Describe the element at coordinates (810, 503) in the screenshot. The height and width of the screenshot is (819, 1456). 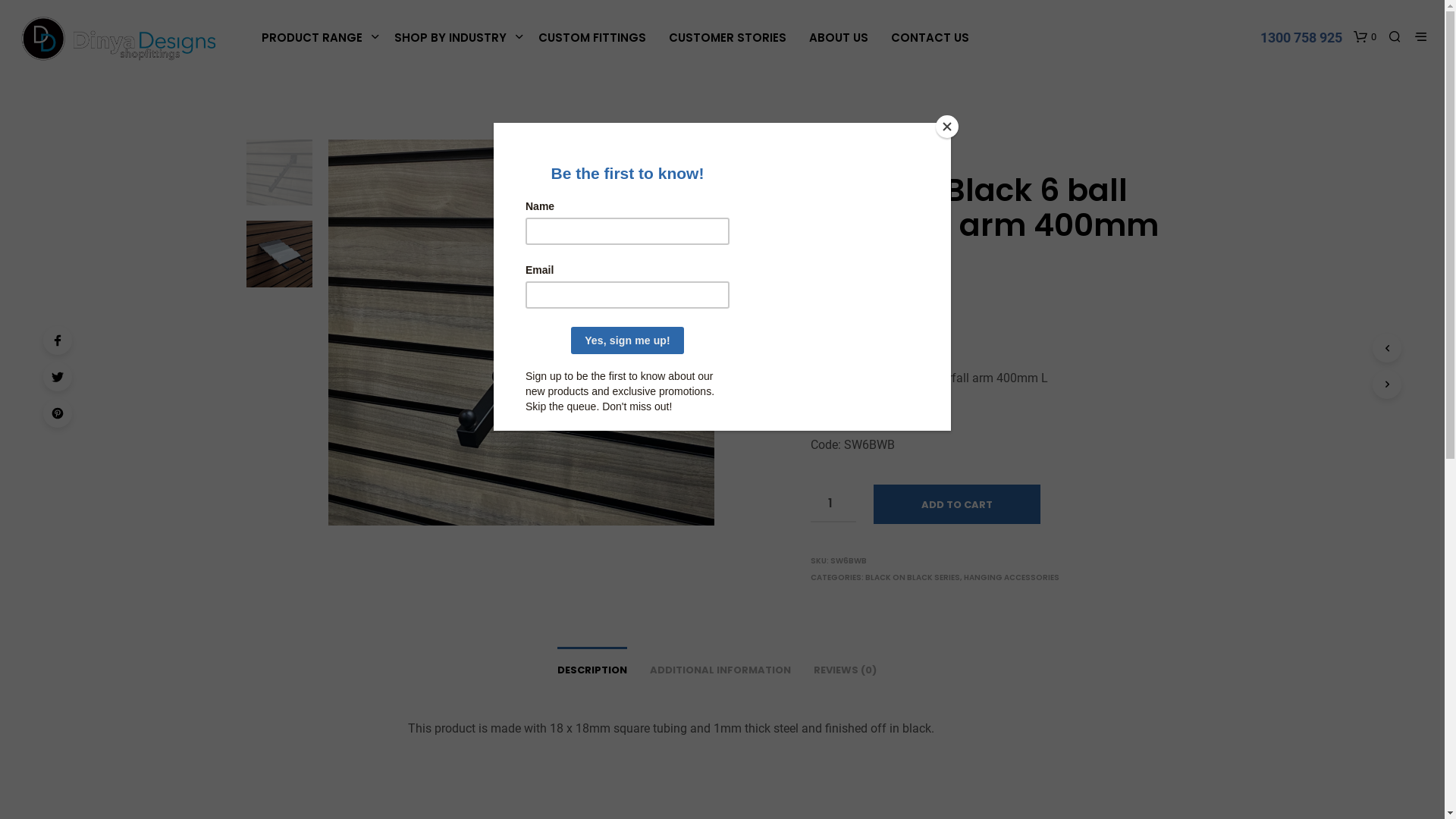
I see `'Qty'` at that location.